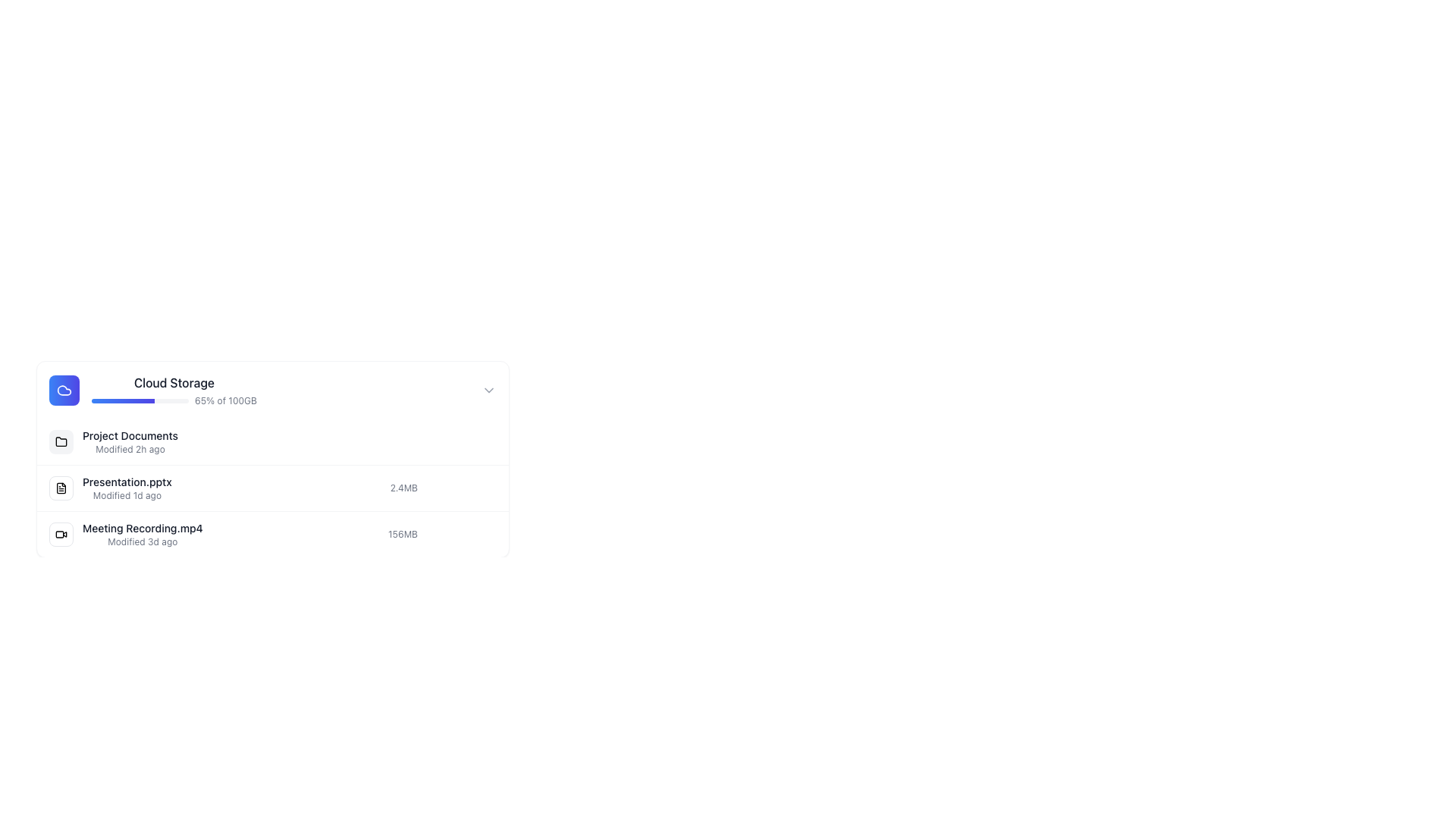 This screenshot has height=819, width=1456. I want to click on the right-pointing chevron icon, styled with a gray stroke, located next to the 'Cloud Storage' text label, so click(488, 390).